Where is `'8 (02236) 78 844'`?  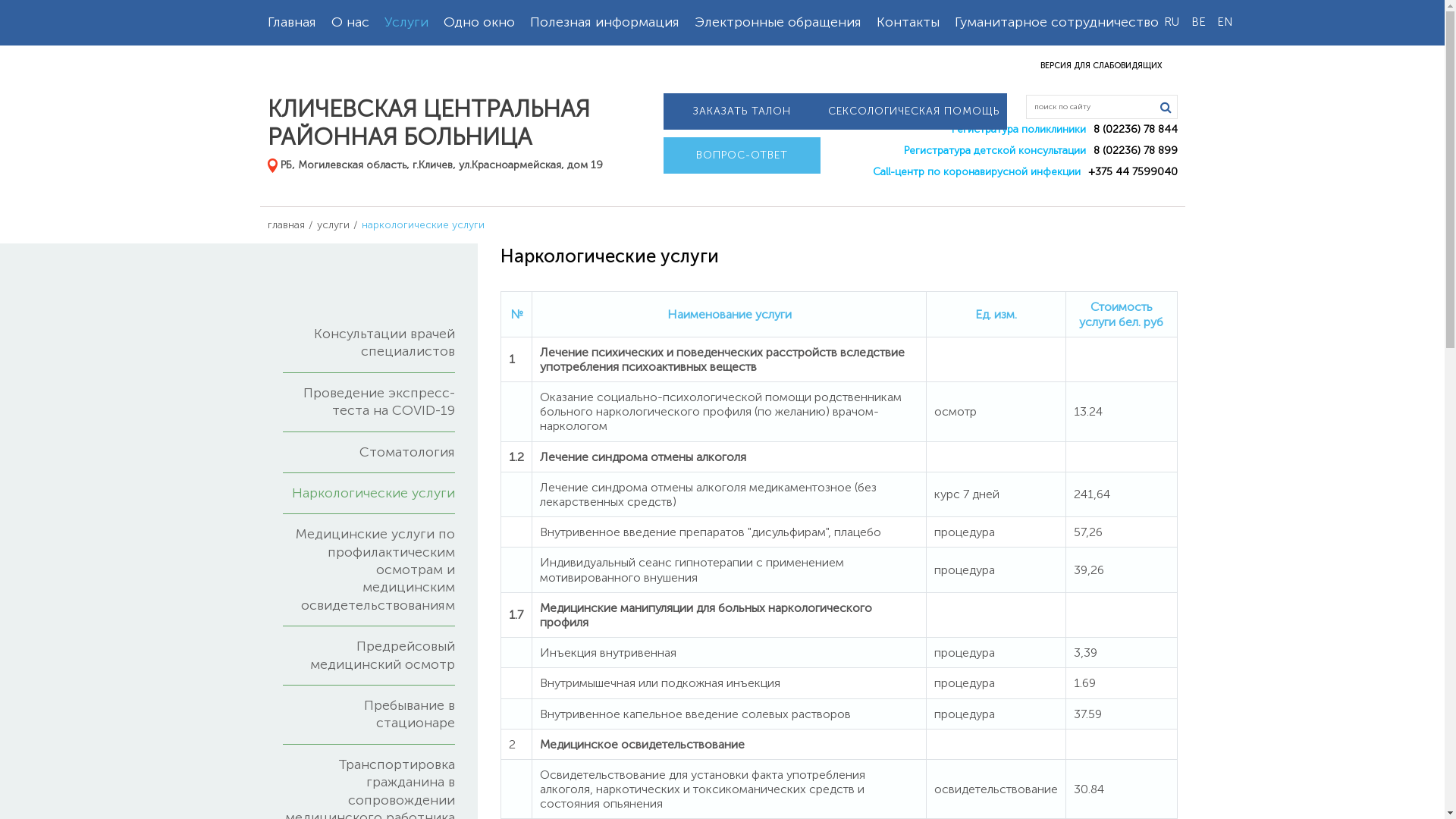
'8 (02236) 78 844' is located at coordinates (1135, 128).